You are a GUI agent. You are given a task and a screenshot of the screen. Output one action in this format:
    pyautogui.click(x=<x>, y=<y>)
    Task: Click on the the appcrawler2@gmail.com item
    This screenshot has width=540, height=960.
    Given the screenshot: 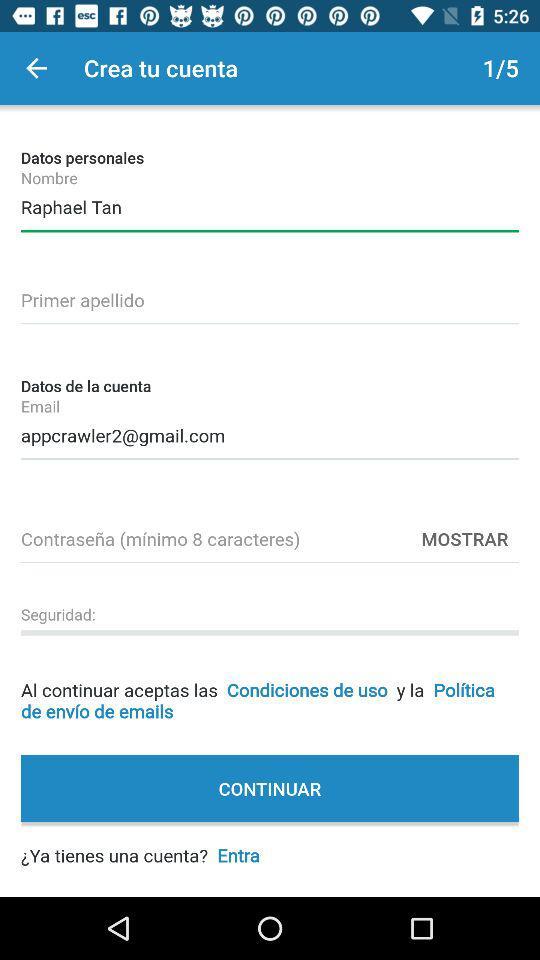 What is the action you would take?
    pyautogui.click(x=270, y=432)
    